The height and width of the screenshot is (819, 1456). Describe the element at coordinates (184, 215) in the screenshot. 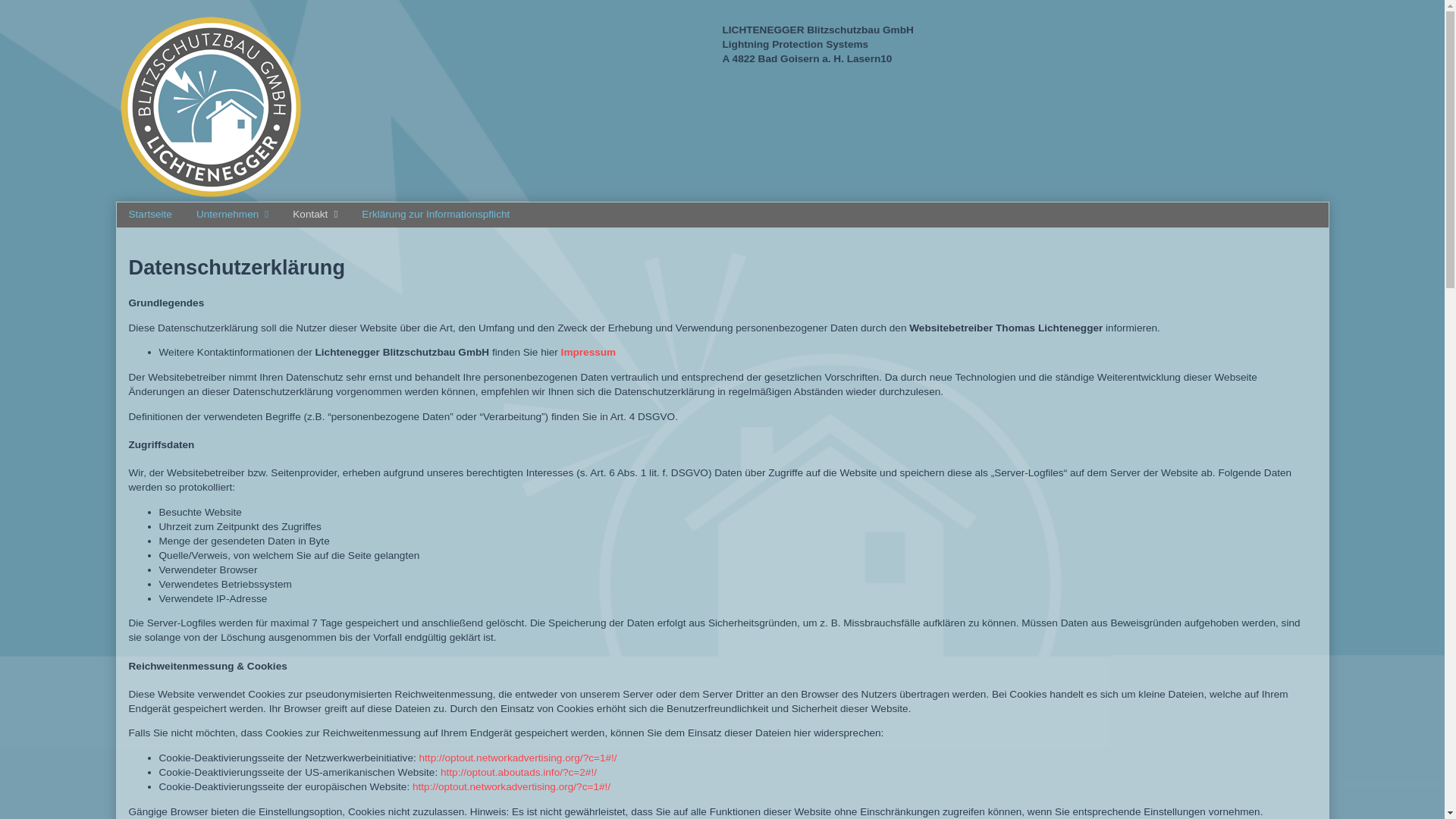

I see `'Unternehmen'` at that location.